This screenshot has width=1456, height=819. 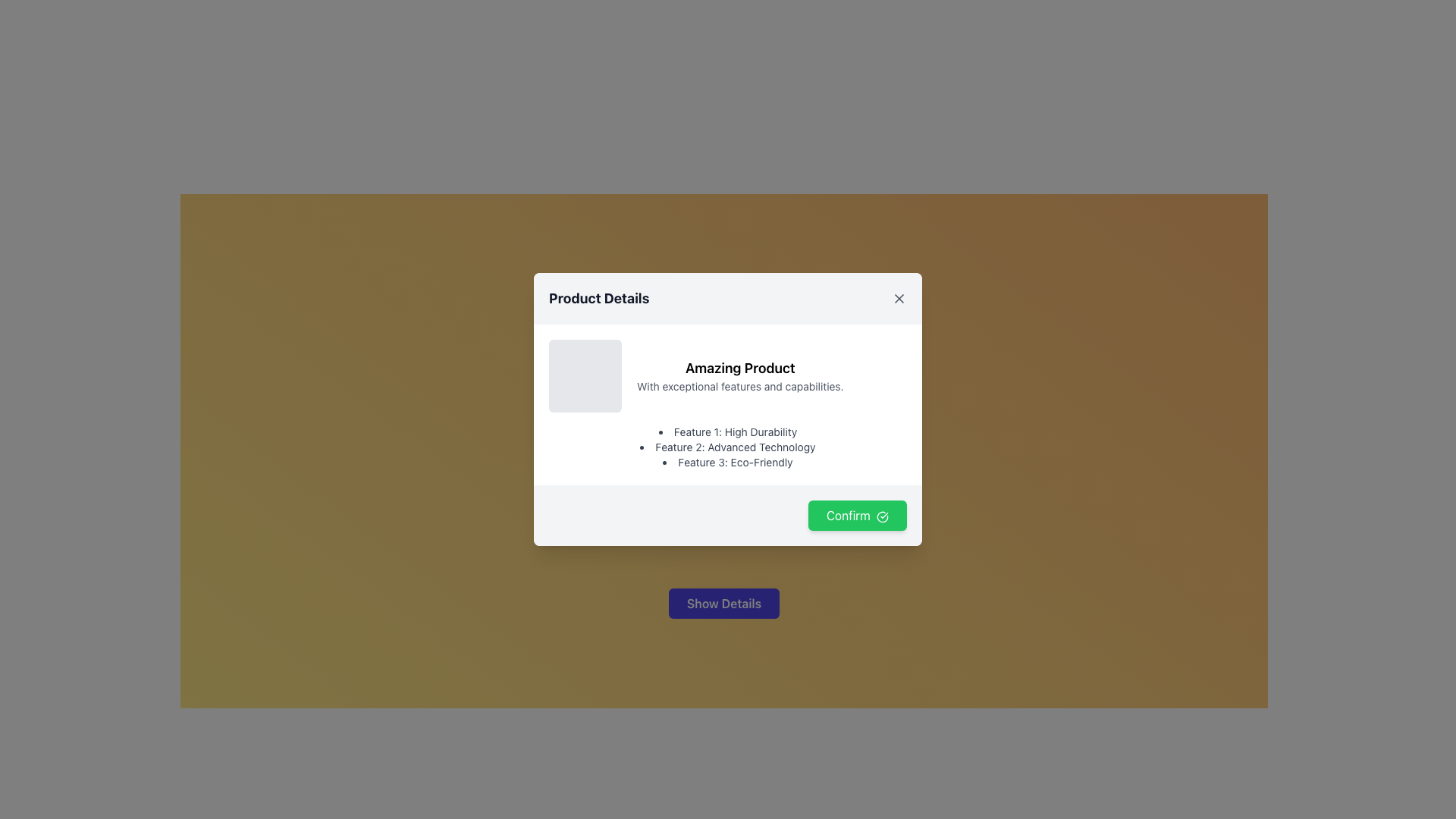 I want to click on the text element reading 'Feature 1: High Durability', which is the first item in a bulleted list below the title 'Amazing Product' on the modal overlay, so click(x=728, y=432).